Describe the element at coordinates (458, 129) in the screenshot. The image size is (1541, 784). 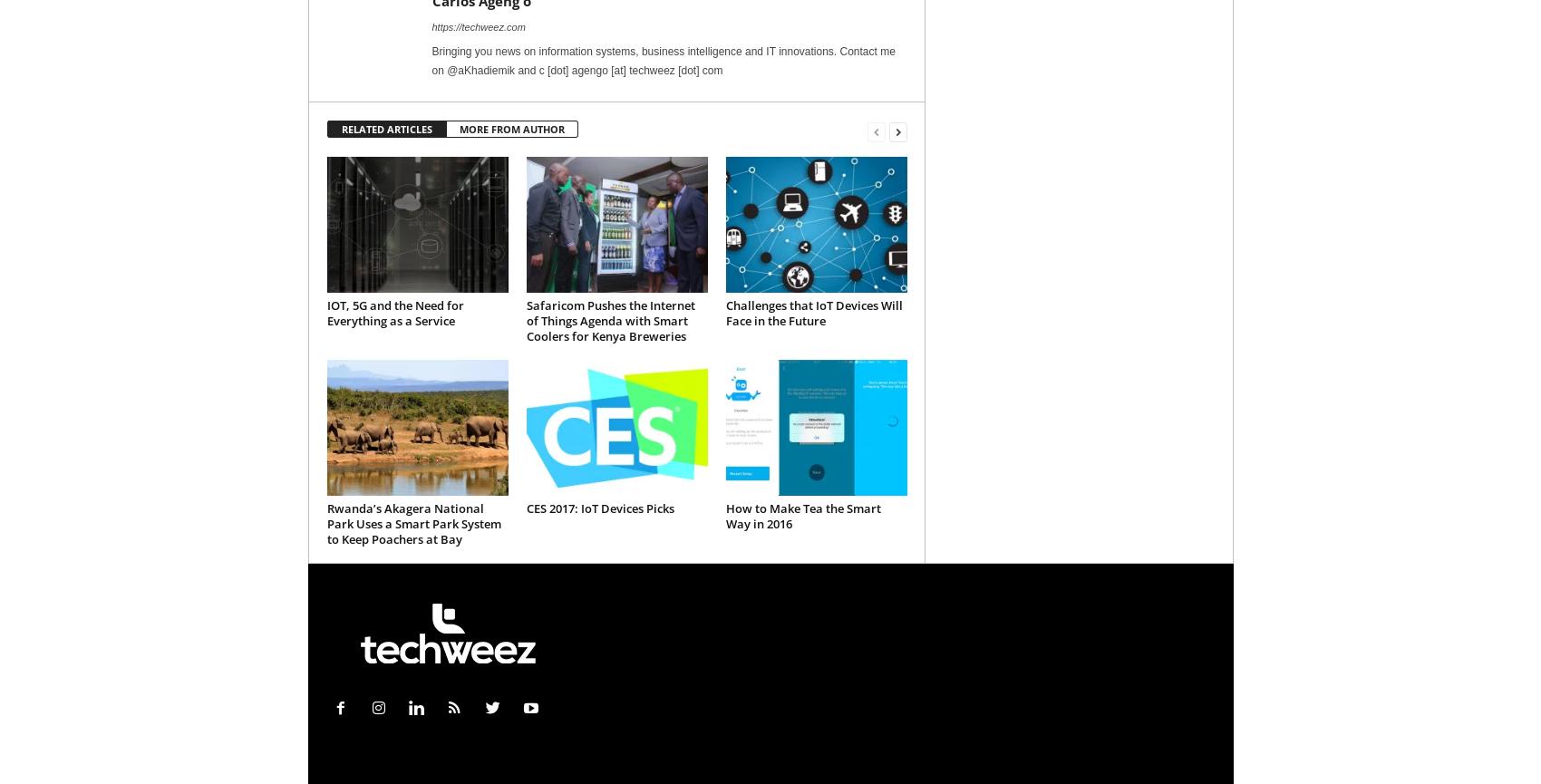
I see `'MORE FROM AUTHOR'` at that location.